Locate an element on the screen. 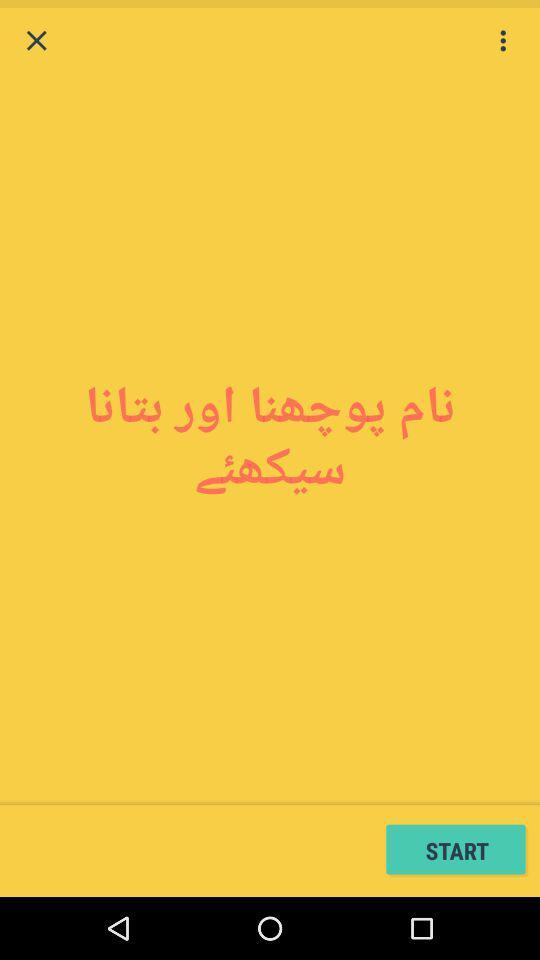 The image size is (540, 960). the more icon is located at coordinates (502, 42).